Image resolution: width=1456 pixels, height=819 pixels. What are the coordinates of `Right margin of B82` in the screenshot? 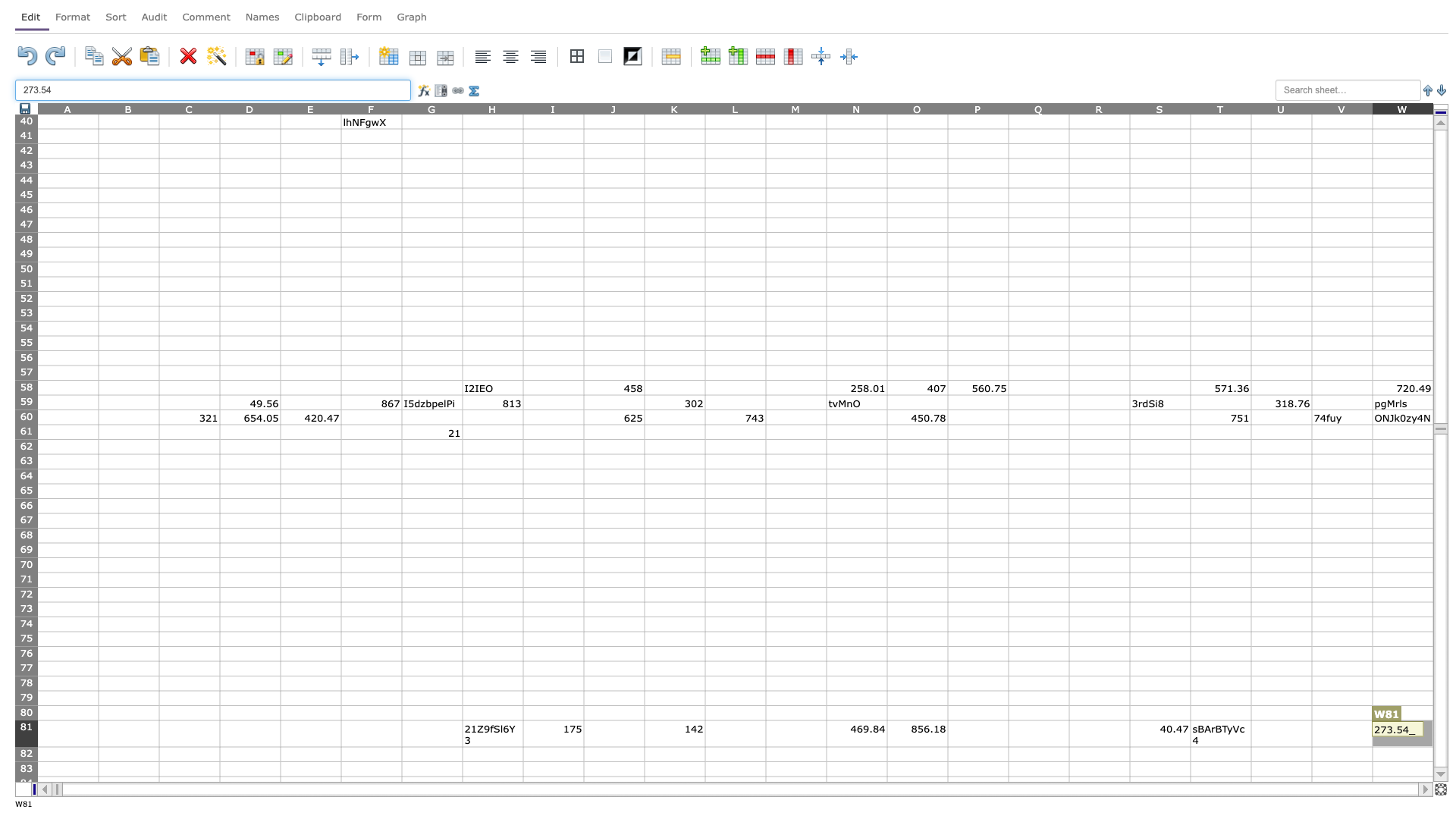 It's located at (159, 754).